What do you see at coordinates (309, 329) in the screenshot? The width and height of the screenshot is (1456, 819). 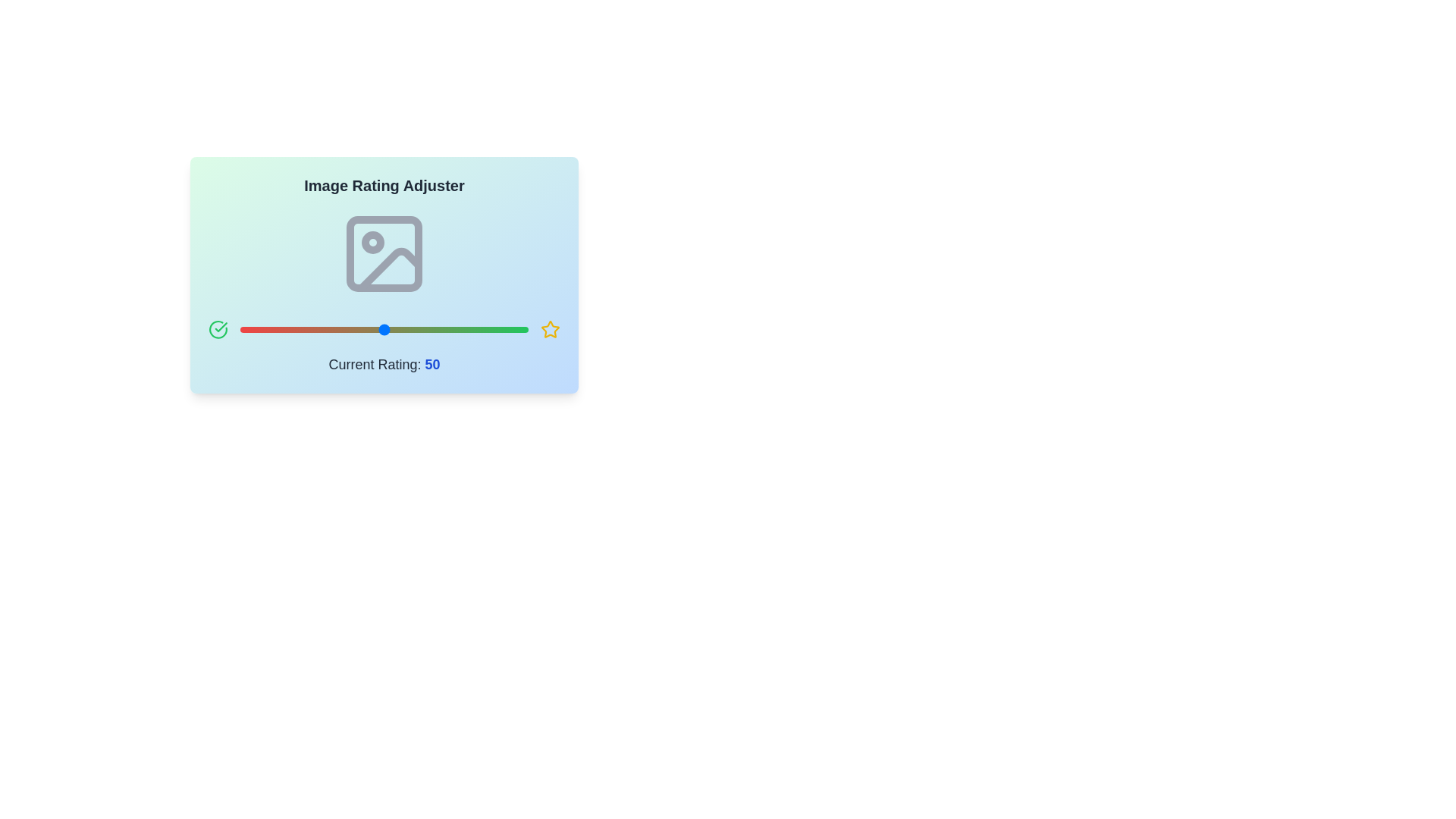 I see `the slider to set the rating to 24` at bounding box center [309, 329].